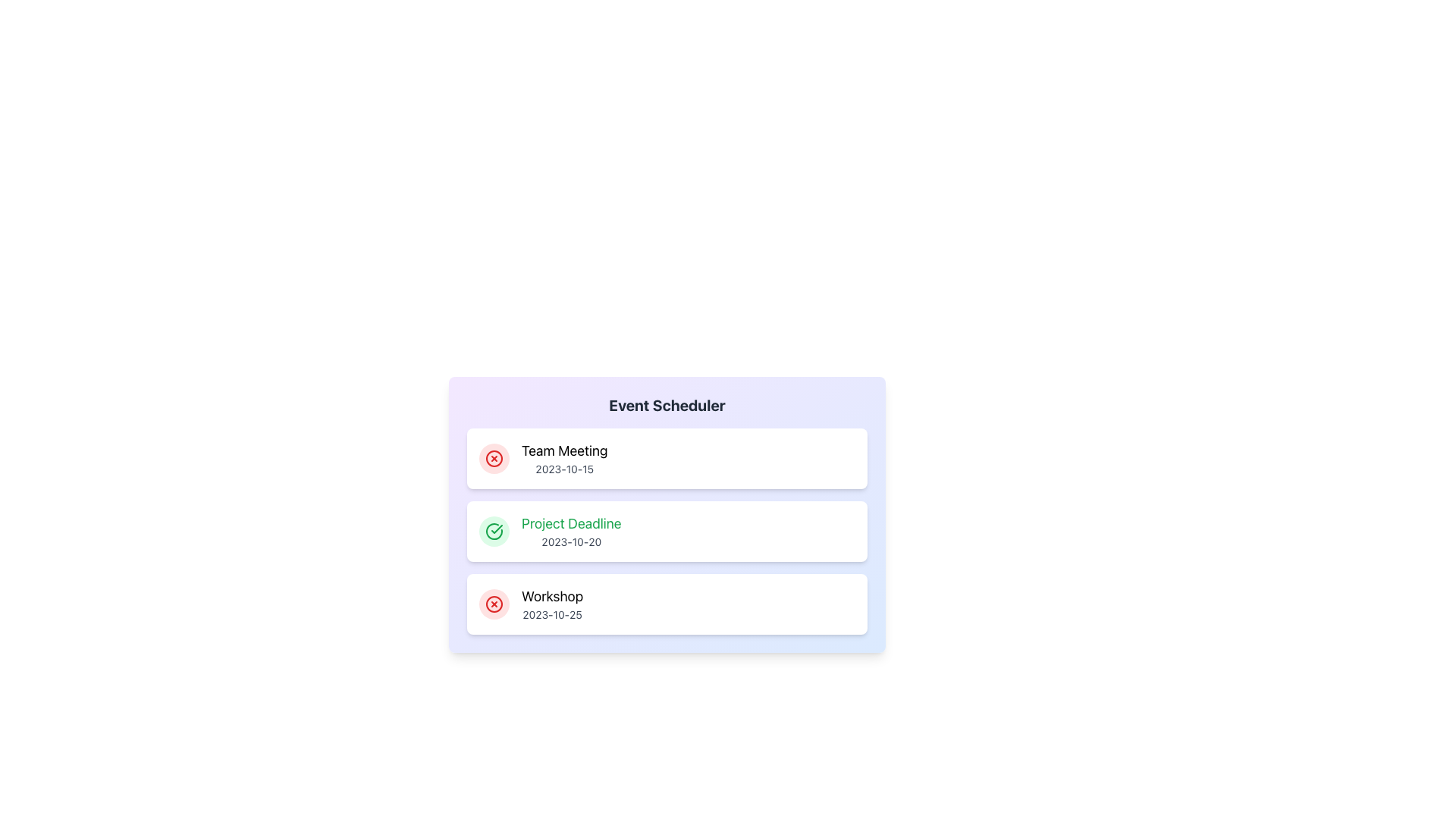 This screenshot has height=819, width=1456. Describe the element at coordinates (551, 604) in the screenshot. I see `information displayed in the text element showing 'Workshop' and the date '2023-10-25', located at the bottommost section of the Event Scheduler interface` at that location.